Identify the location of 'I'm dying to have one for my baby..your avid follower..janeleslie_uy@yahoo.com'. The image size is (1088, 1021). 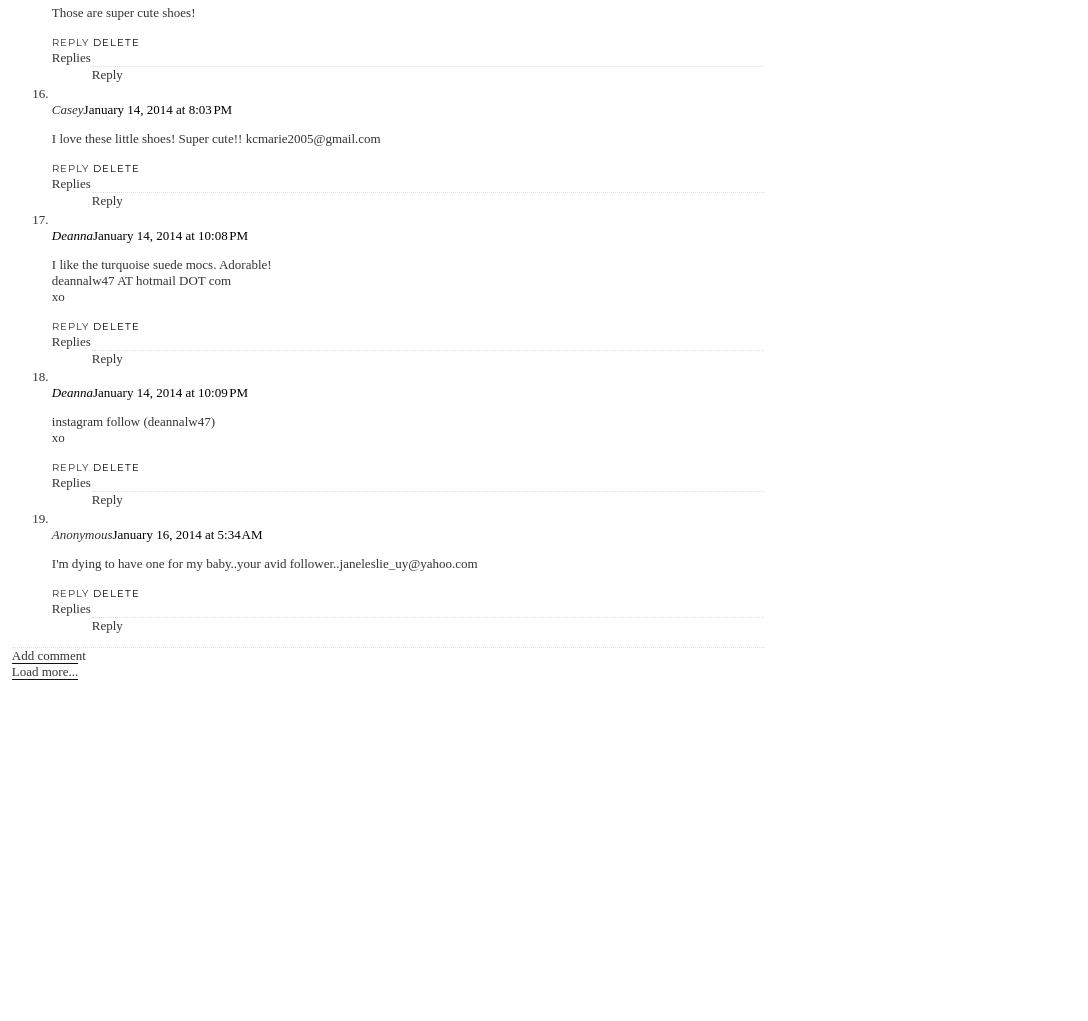
(51, 561).